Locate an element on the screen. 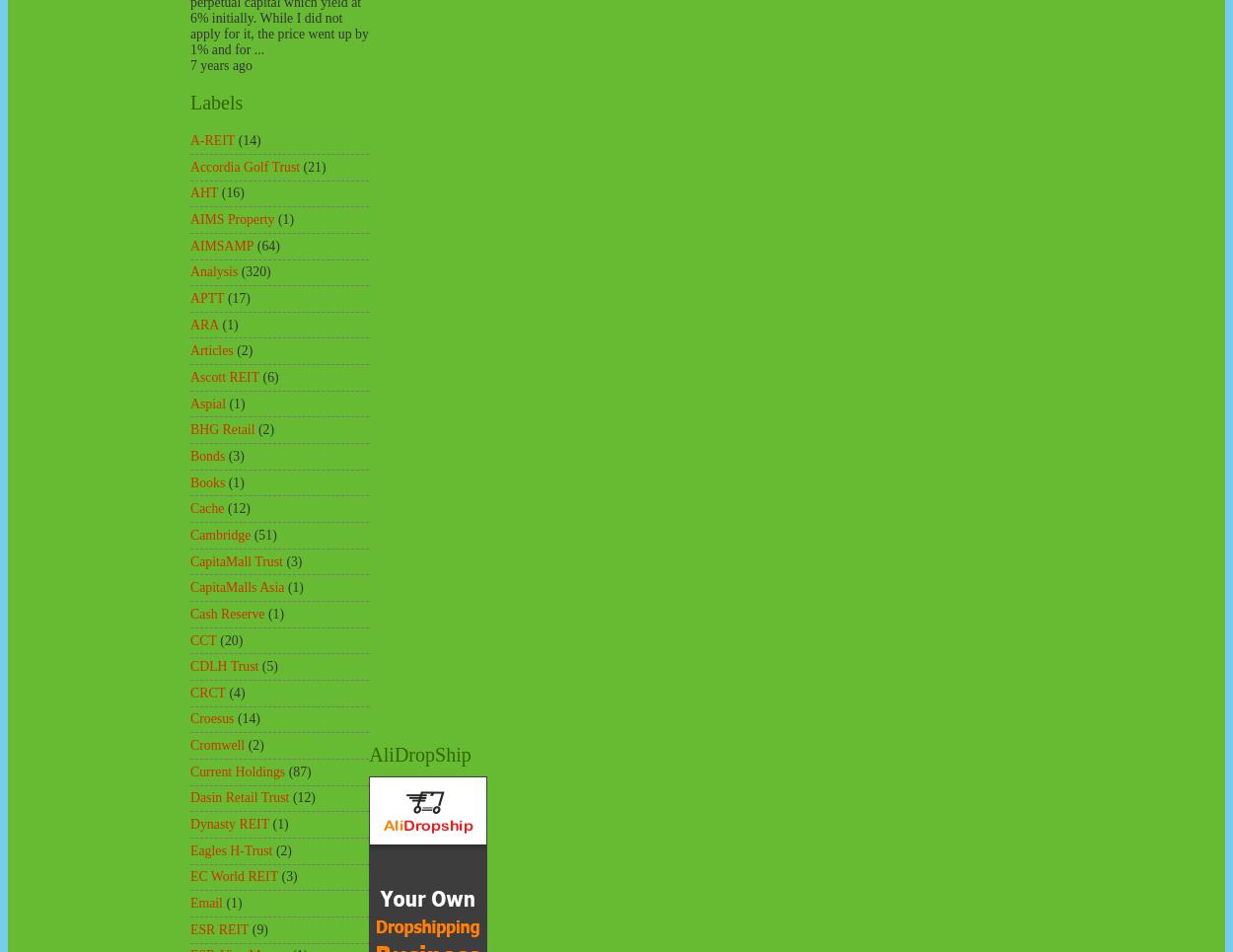 Image resolution: width=1233 pixels, height=952 pixels. '(20)' is located at coordinates (219, 639).